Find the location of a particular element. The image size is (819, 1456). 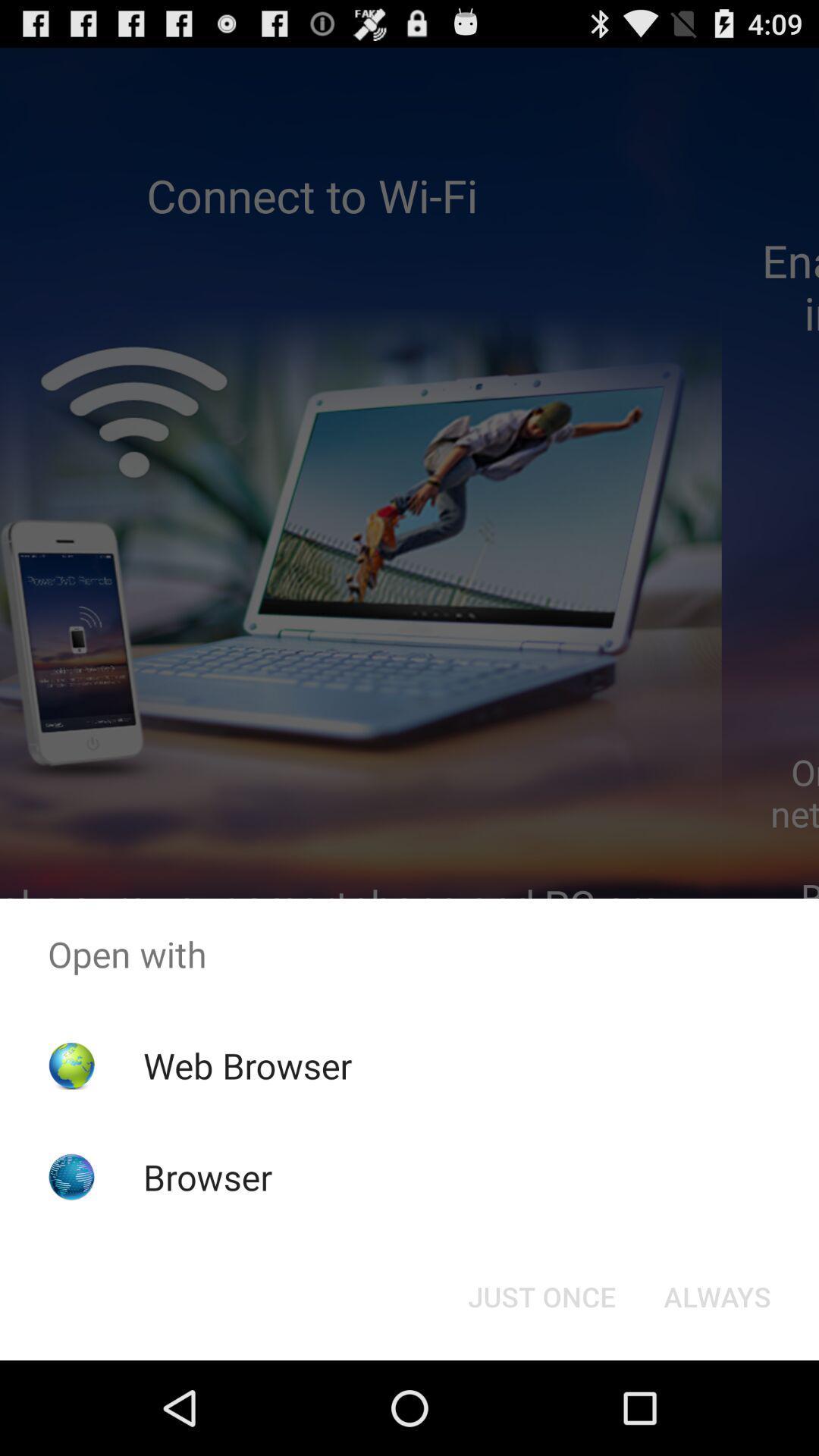

the item above the browser app is located at coordinates (246, 1065).